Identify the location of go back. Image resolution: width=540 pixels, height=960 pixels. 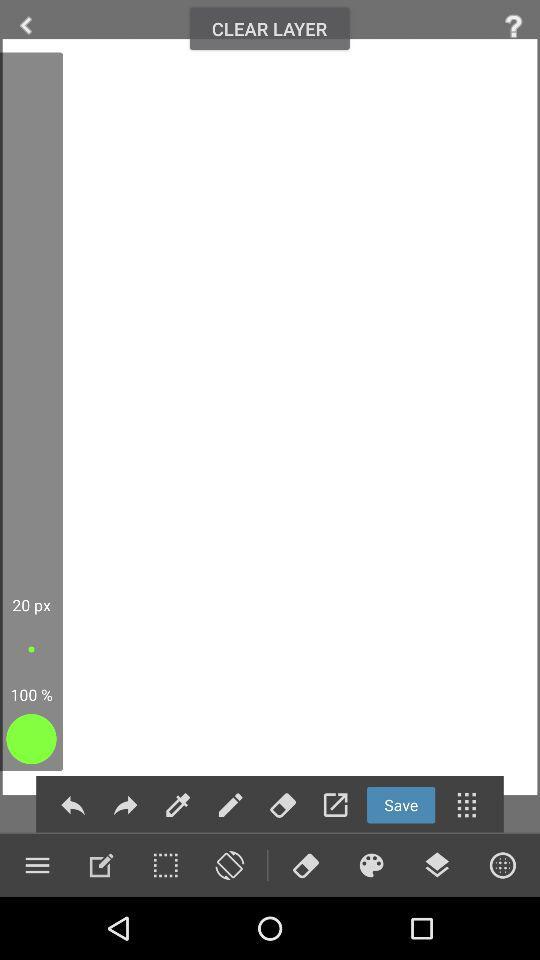
(72, 805).